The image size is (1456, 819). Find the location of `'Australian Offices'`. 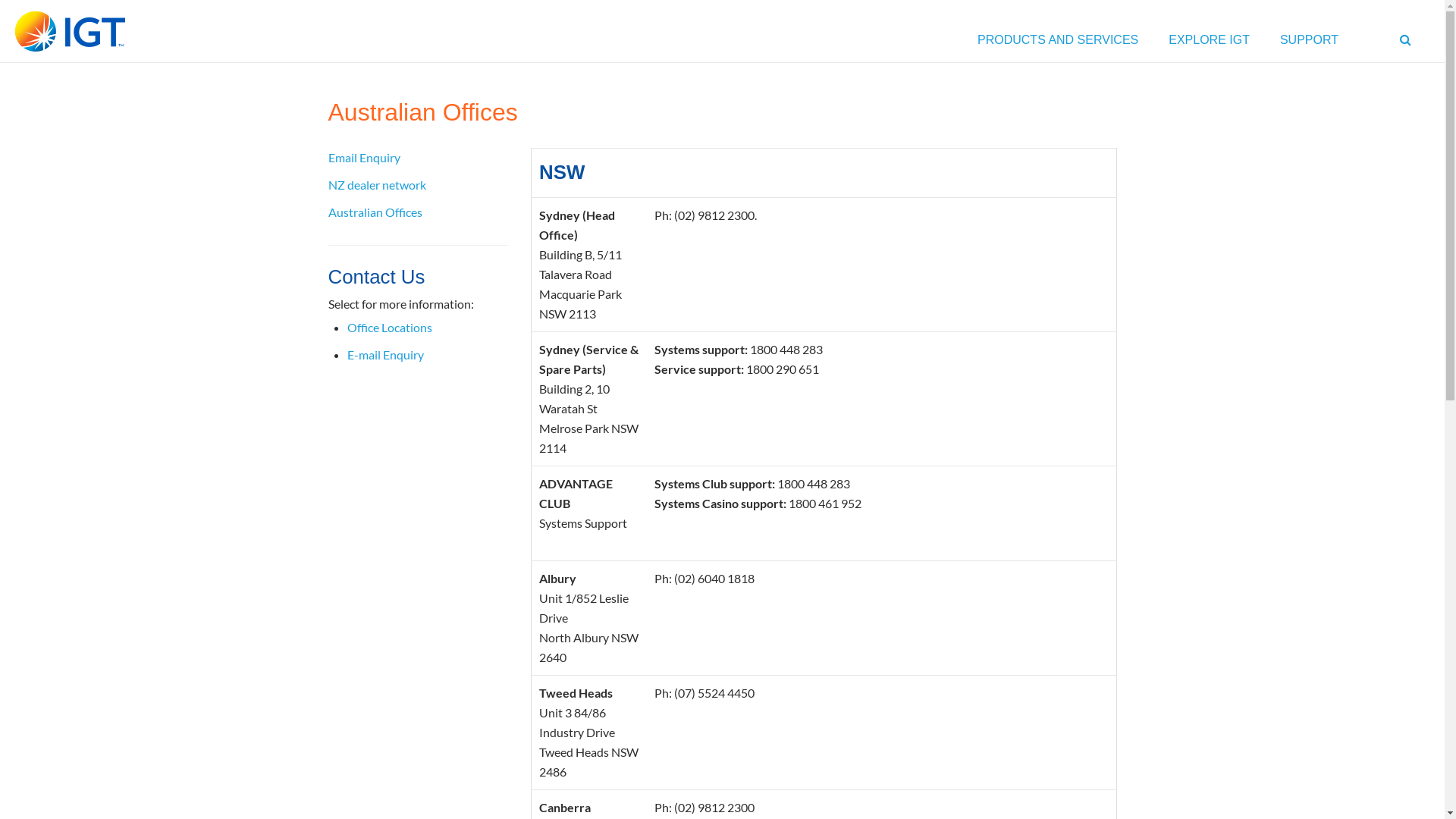

'Australian Offices' is located at coordinates (375, 212).